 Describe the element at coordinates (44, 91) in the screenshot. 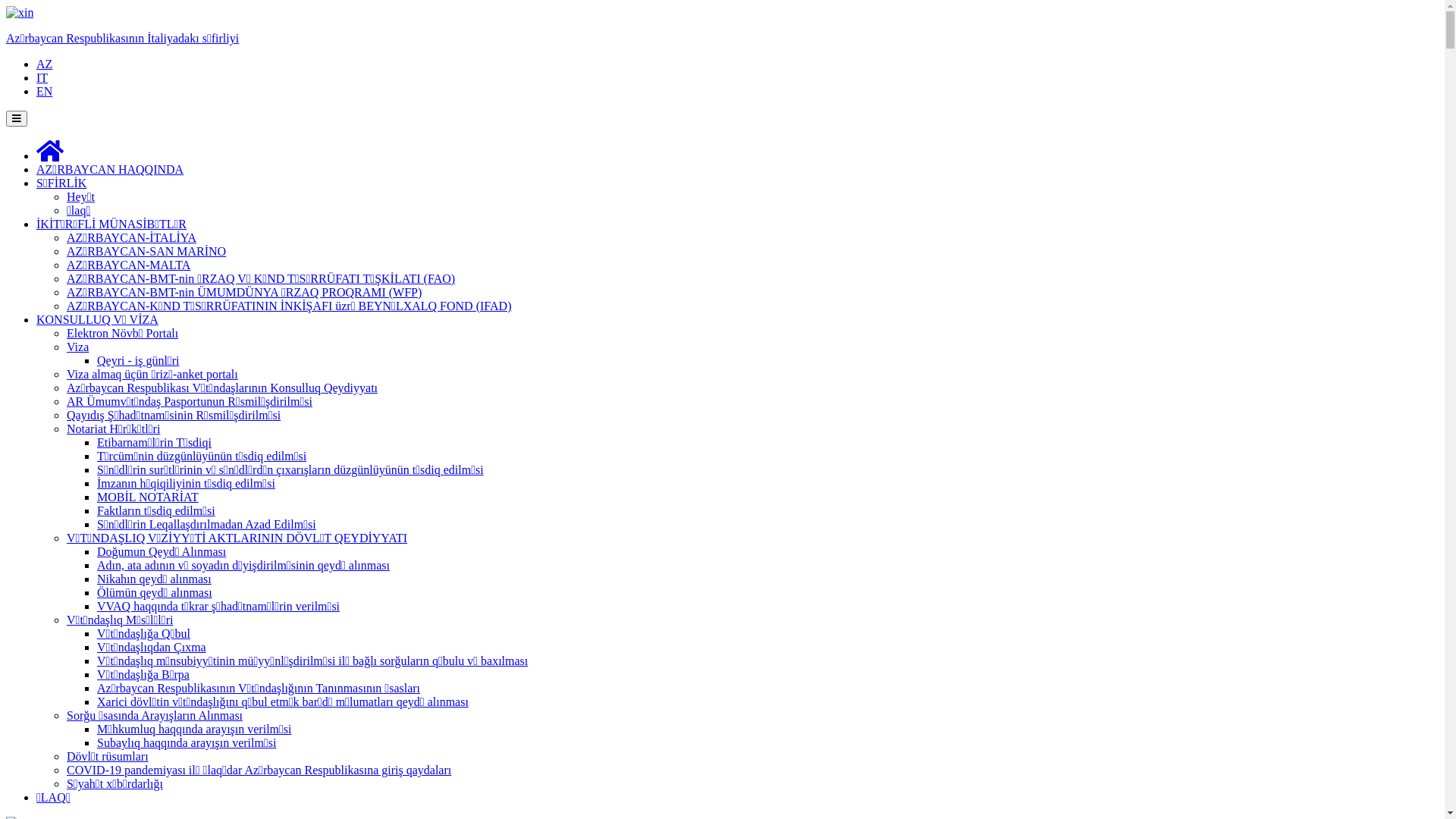

I see `'EN'` at that location.